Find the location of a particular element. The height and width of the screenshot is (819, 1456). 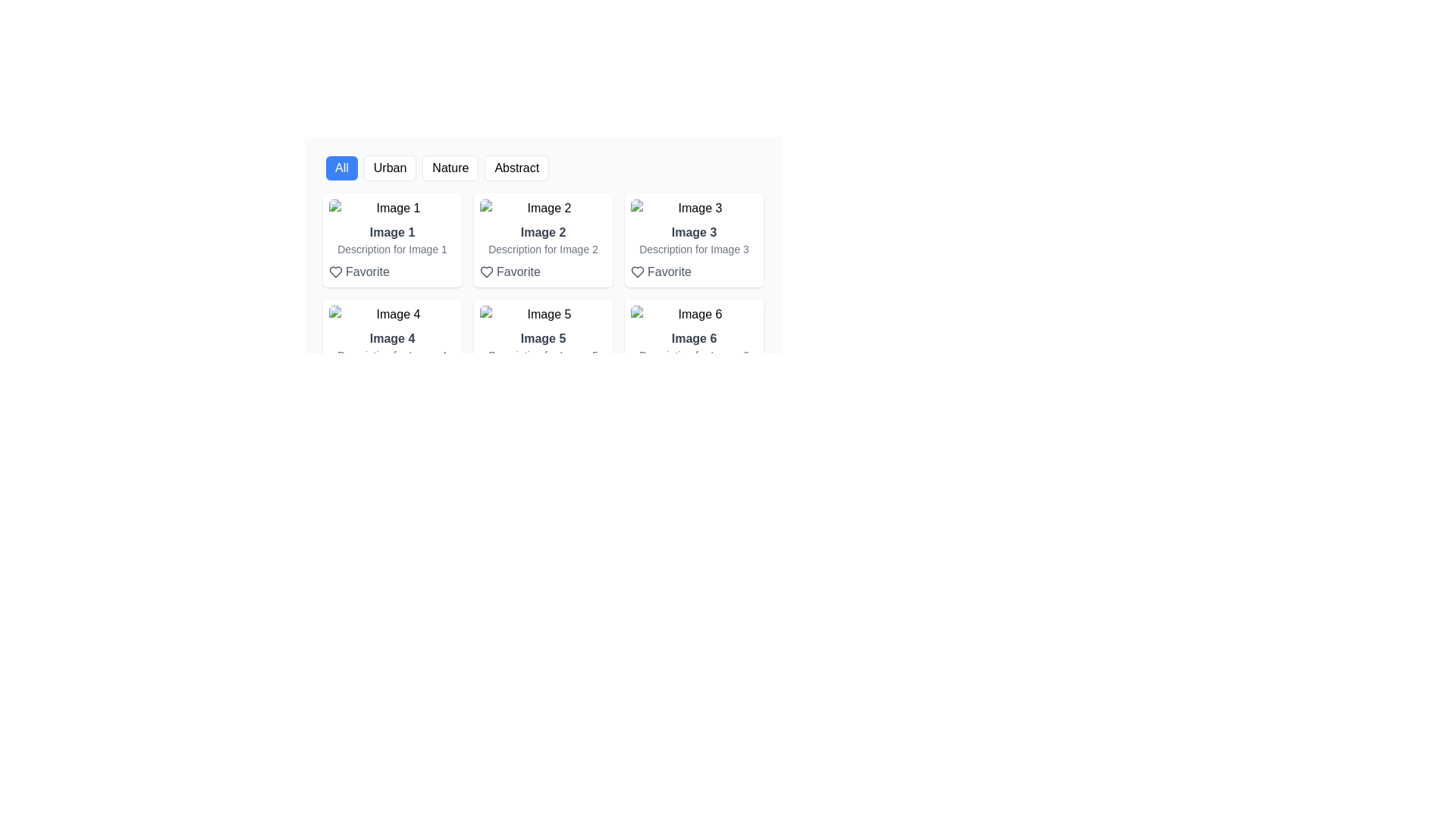

the thumbnail representing 'Image 2' located in the second card of the top row in the grid of image cards is located at coordinates (543, 208).